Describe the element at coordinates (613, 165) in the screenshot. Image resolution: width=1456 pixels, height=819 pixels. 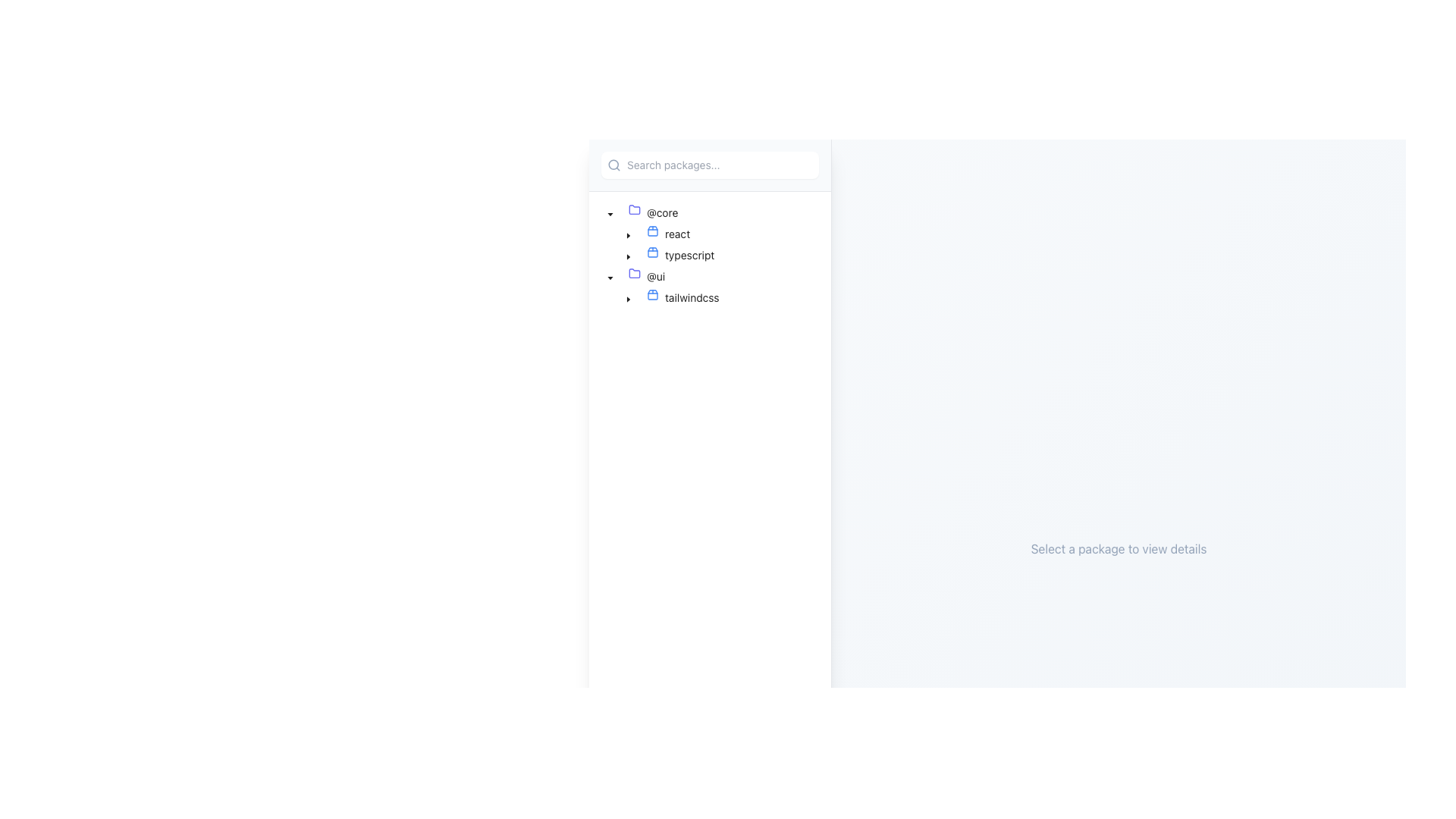
I see `the interactive zone surrounding the SVG circle element representing the magnifying glass lens, which is styled with a stroke and no fill` at that location.